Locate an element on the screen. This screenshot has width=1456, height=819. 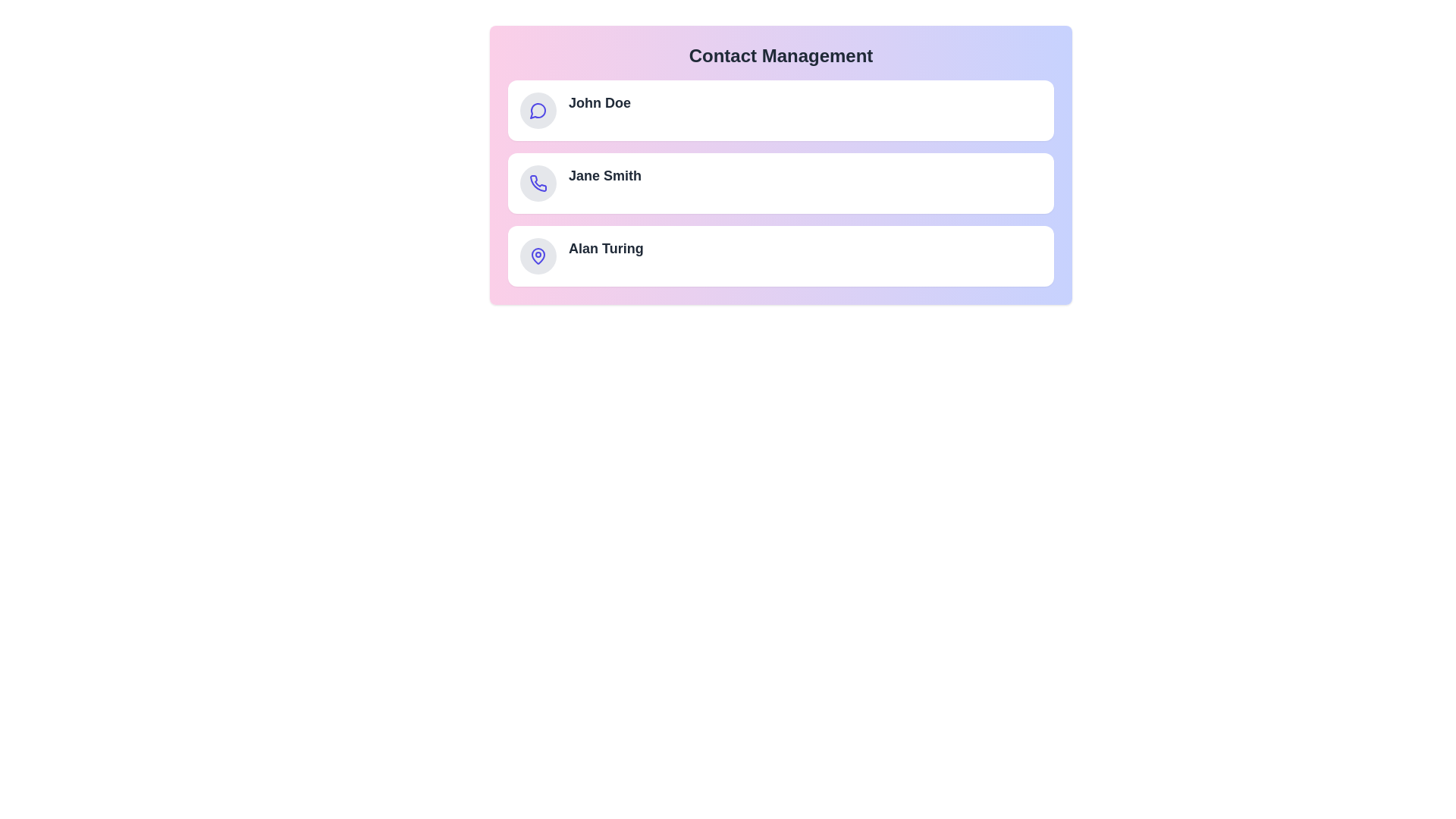
the icon of the contact Alan Turing is located at coordinates (538, 256).